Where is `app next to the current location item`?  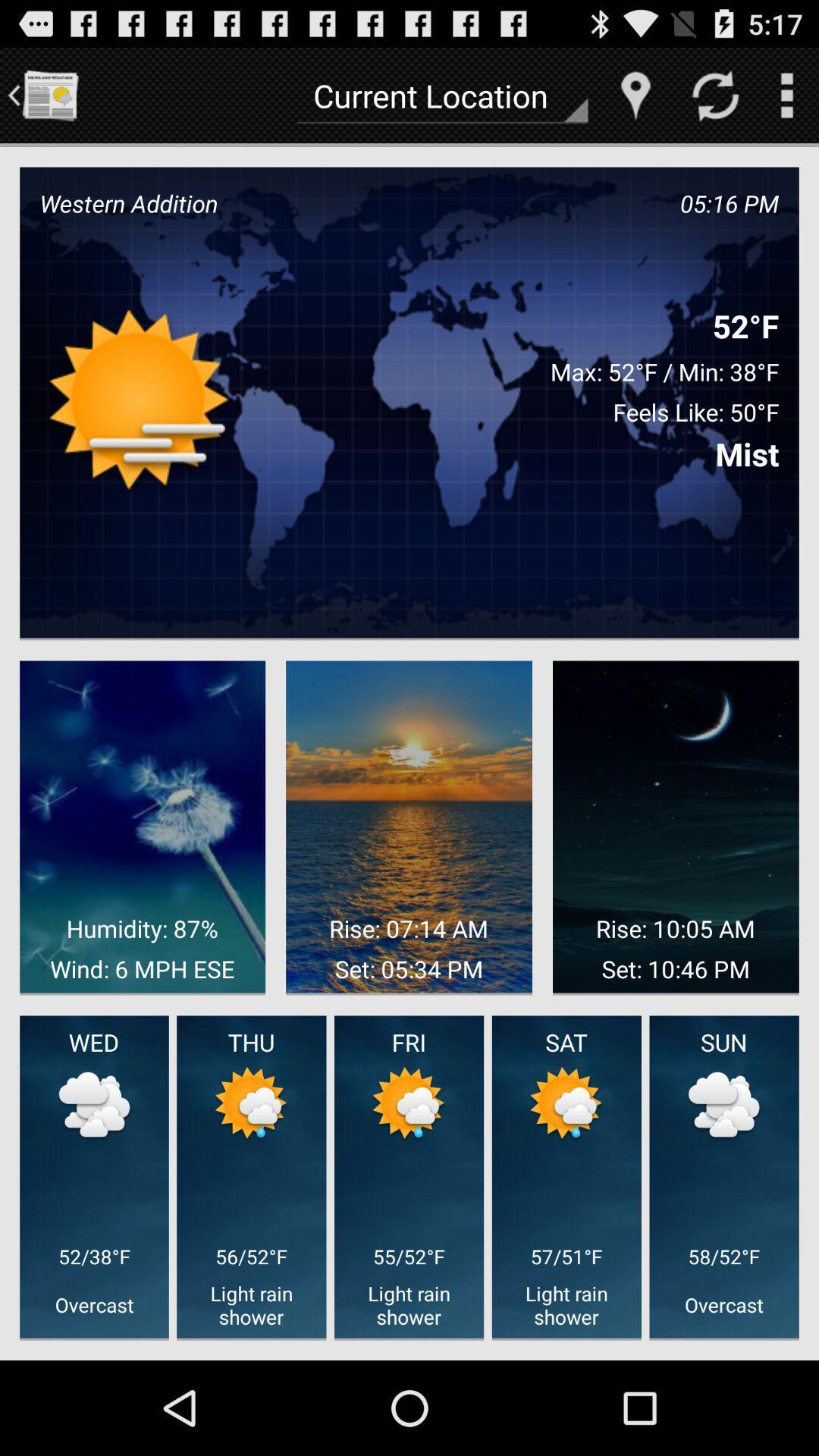
app next to the current location item is located at coordinates (49, 94).